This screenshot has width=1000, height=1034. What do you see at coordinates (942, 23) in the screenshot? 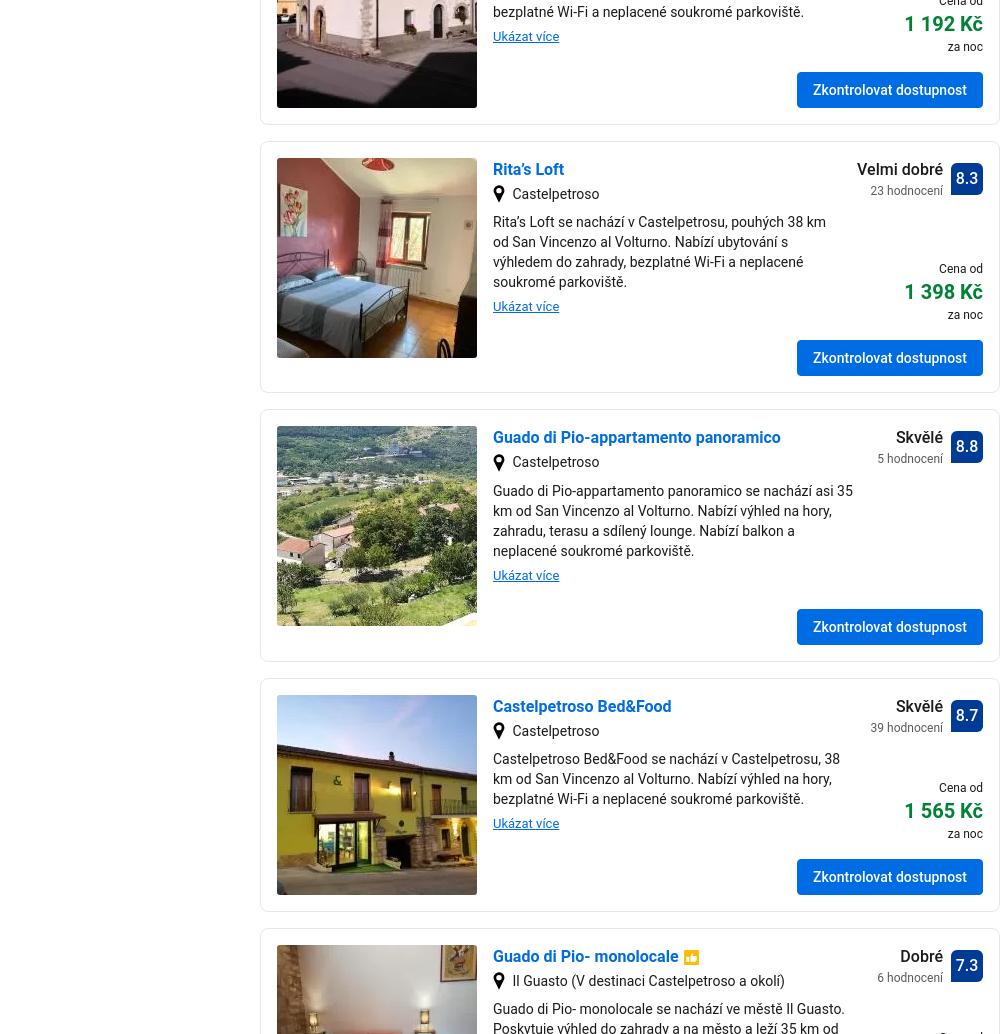
I see `'1 192 Kč'` at bounding box center [942, 23].